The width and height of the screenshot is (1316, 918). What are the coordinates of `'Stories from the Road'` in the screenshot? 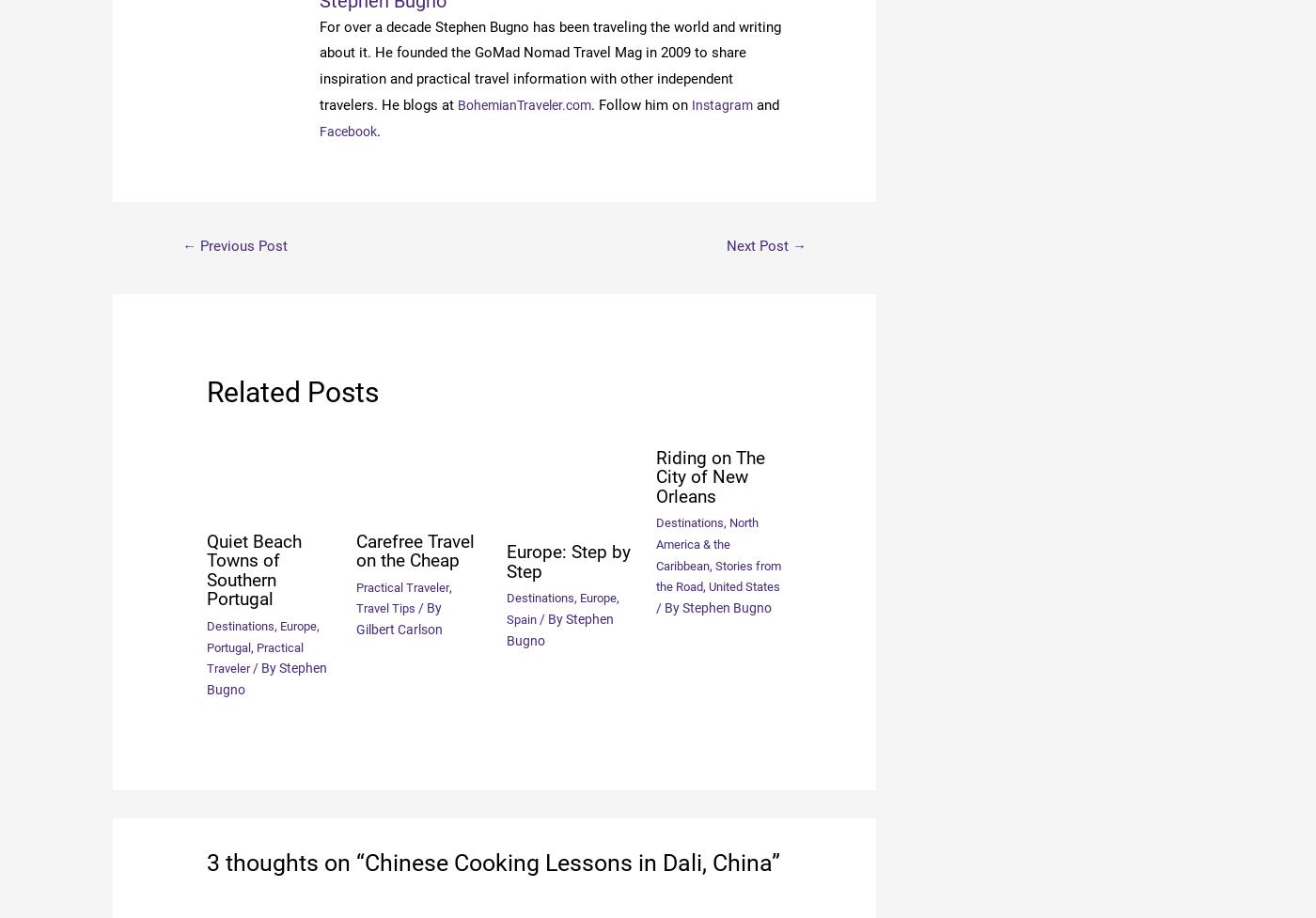 It's located at (707, 574).